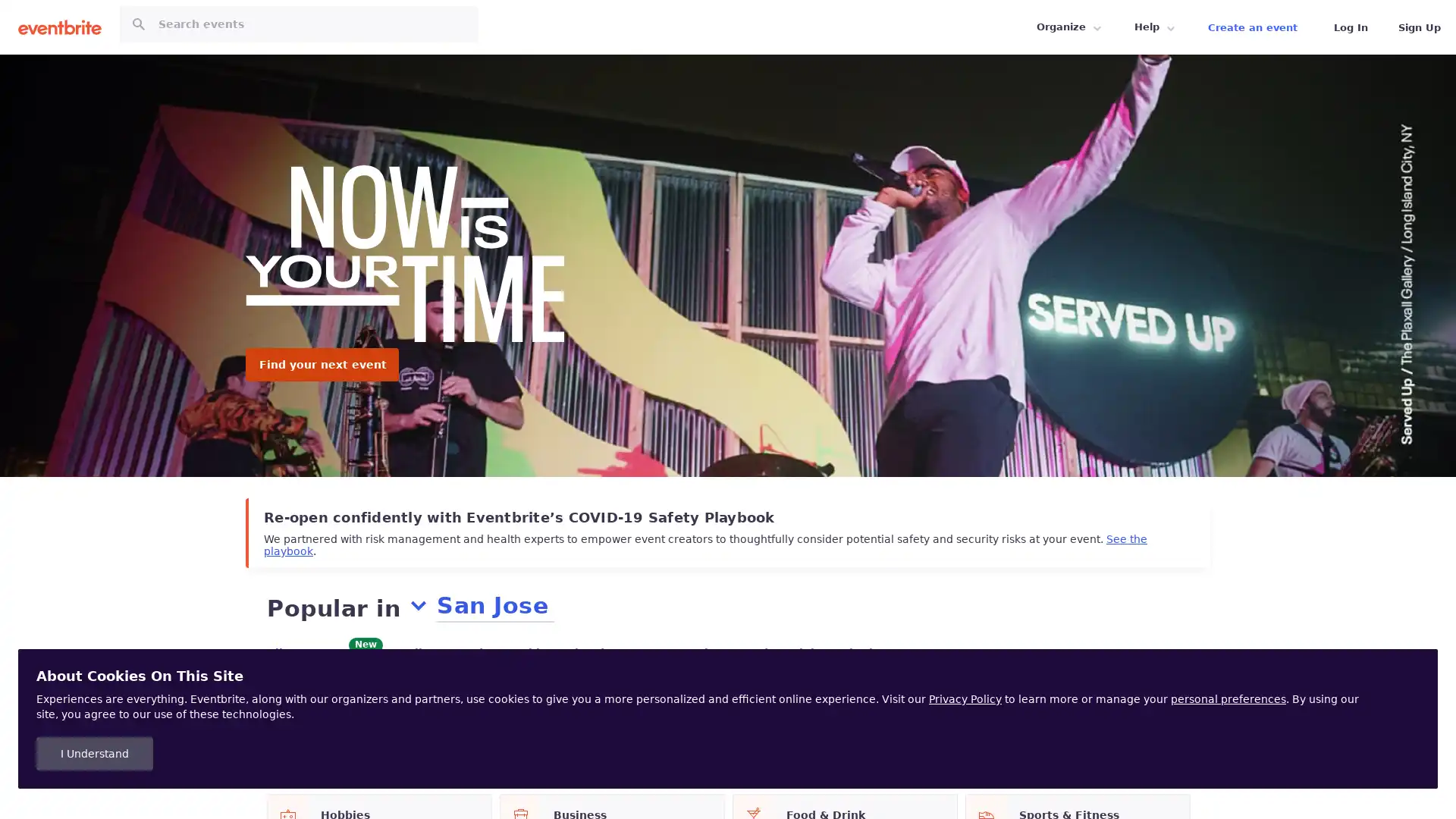 Image resolution: width=1456 pixels, height=819 pixels. Describe the element at coordinates (696, 651) in the screenshot. I see `Music` at that location.